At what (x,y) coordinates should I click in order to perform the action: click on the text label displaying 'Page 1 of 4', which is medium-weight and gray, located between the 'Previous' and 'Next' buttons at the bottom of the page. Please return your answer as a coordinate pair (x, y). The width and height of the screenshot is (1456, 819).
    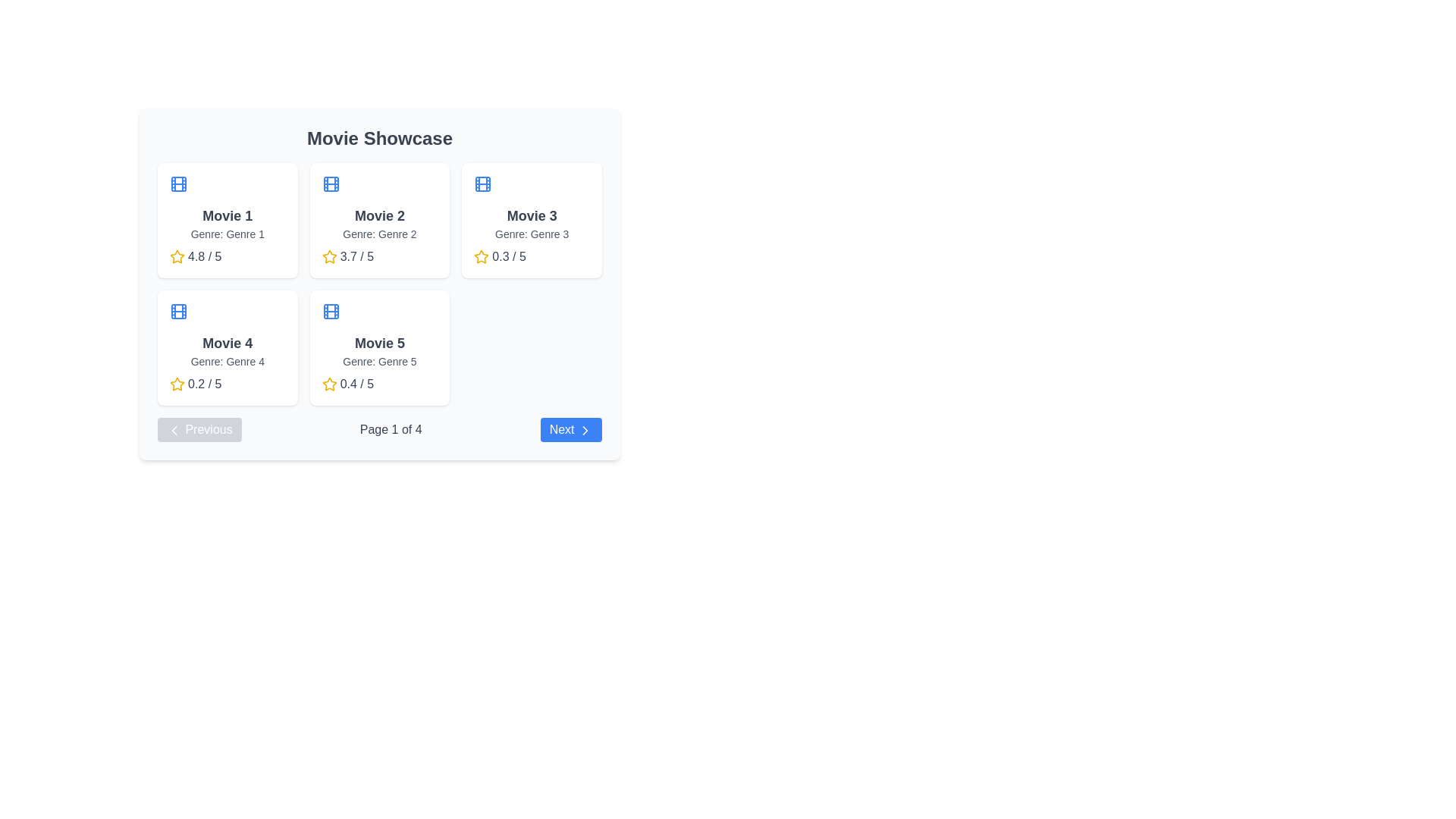
    Looking at the image, I should click on (391, 430).